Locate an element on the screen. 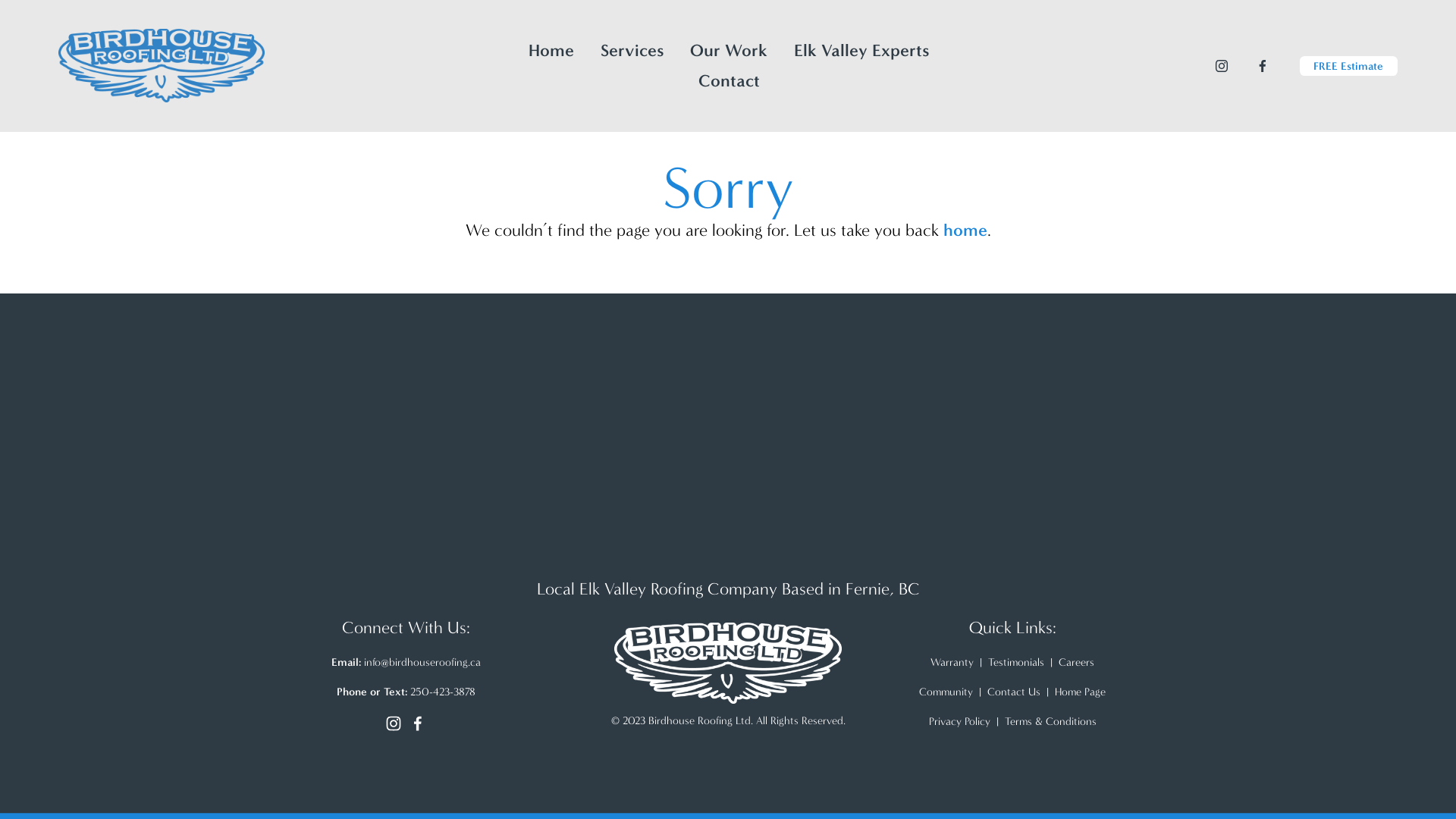  'FREE Estimate' is located at coordinates (1348, 65).